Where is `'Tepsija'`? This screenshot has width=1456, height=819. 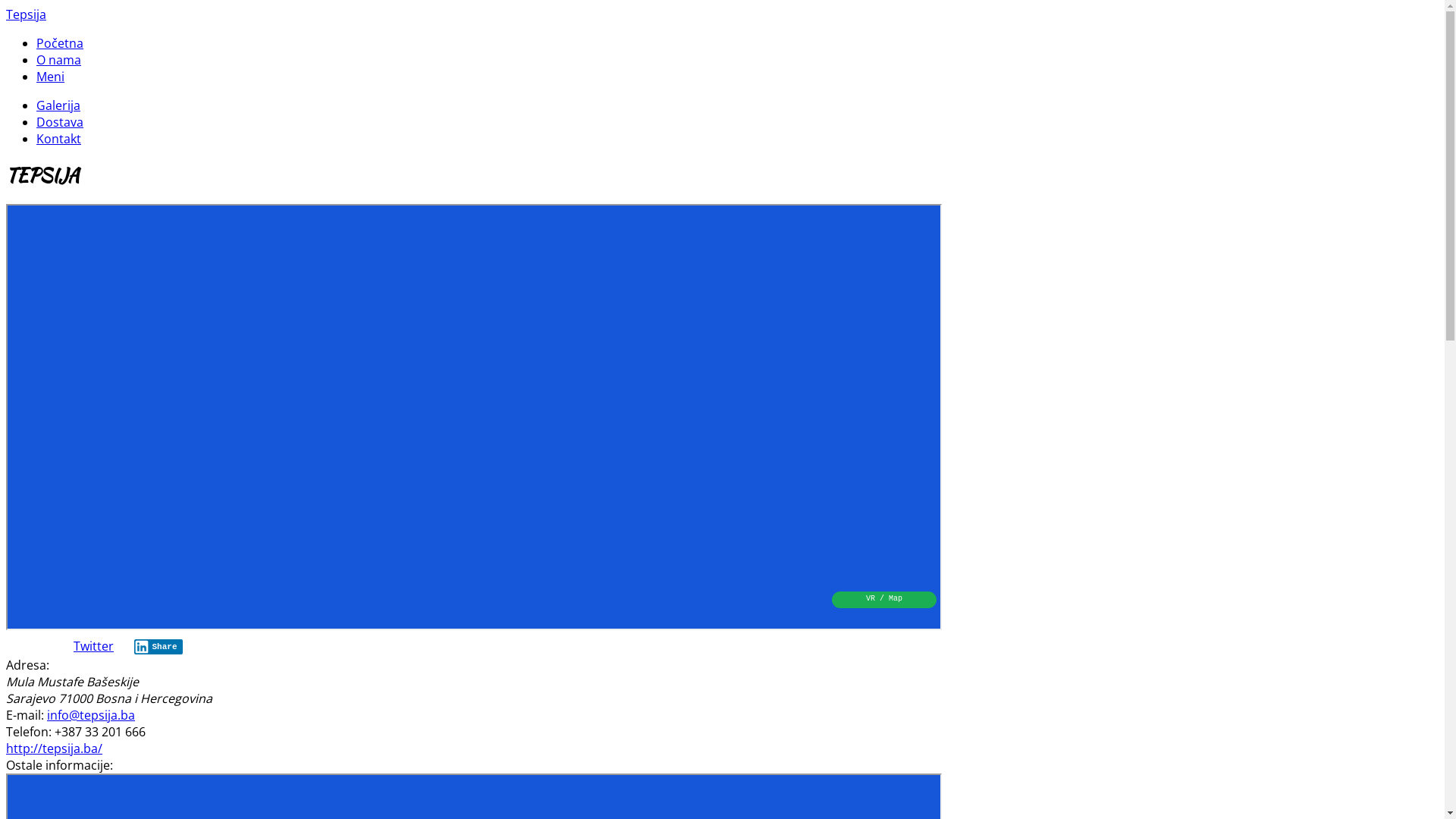 'Tepsija' is located at coordinates (26, 14).